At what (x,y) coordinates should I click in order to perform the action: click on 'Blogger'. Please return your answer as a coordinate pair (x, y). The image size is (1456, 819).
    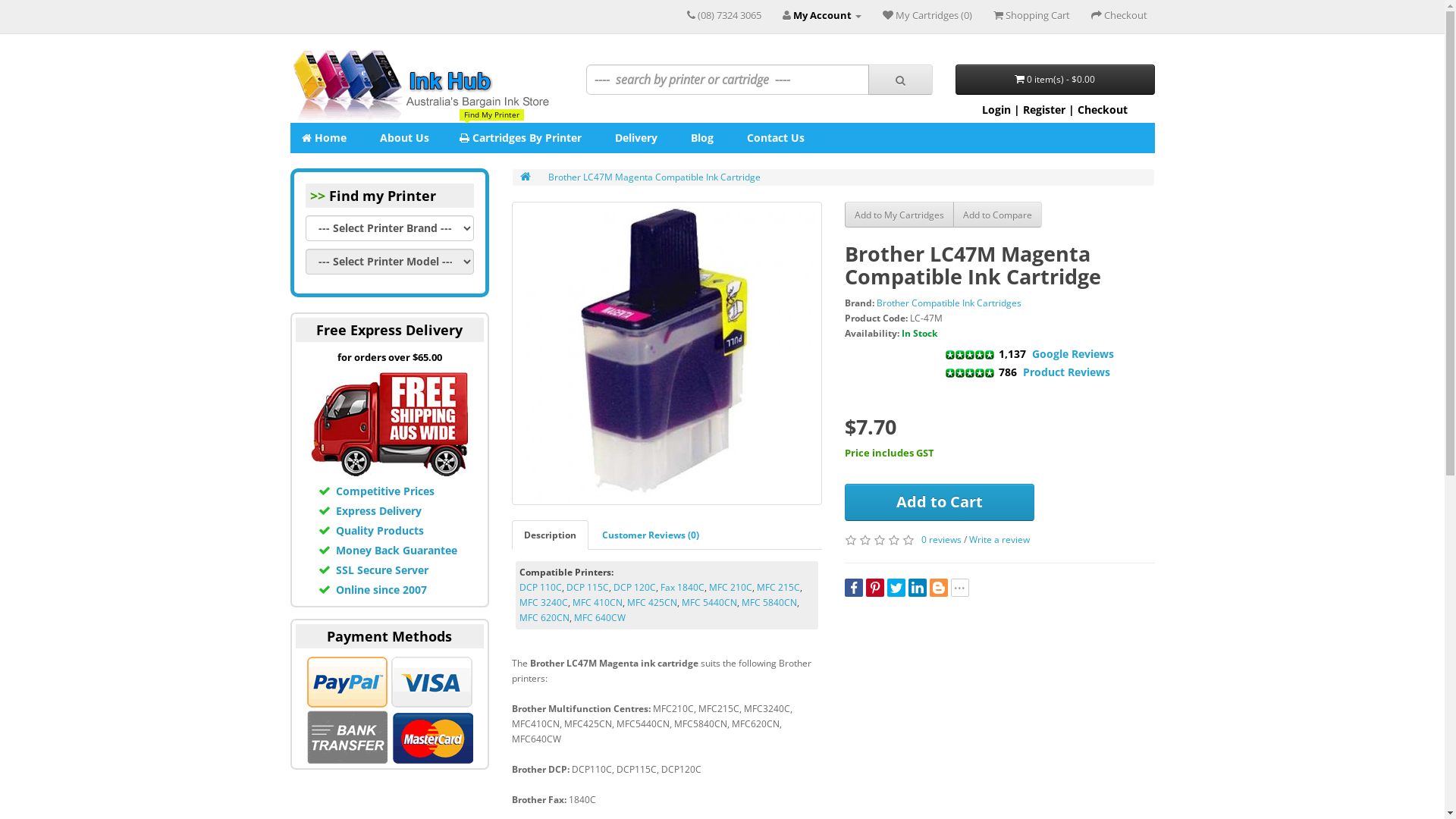
    Looking at the image, I should click on (928, 587).